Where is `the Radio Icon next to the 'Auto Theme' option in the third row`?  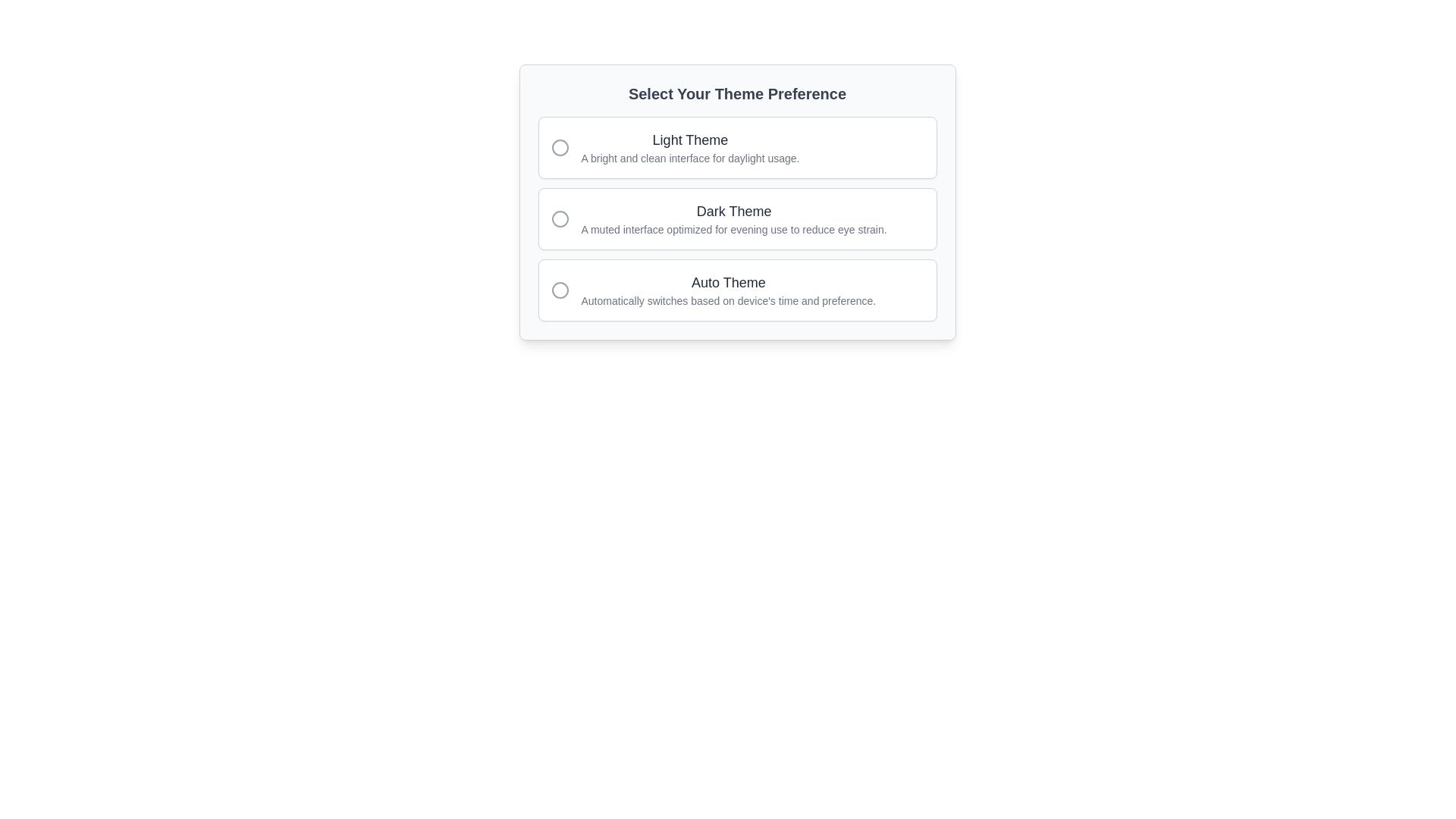 the Radio Icon next to the 'Auto Theme' option in the third row is located at coordinates (559, 290).